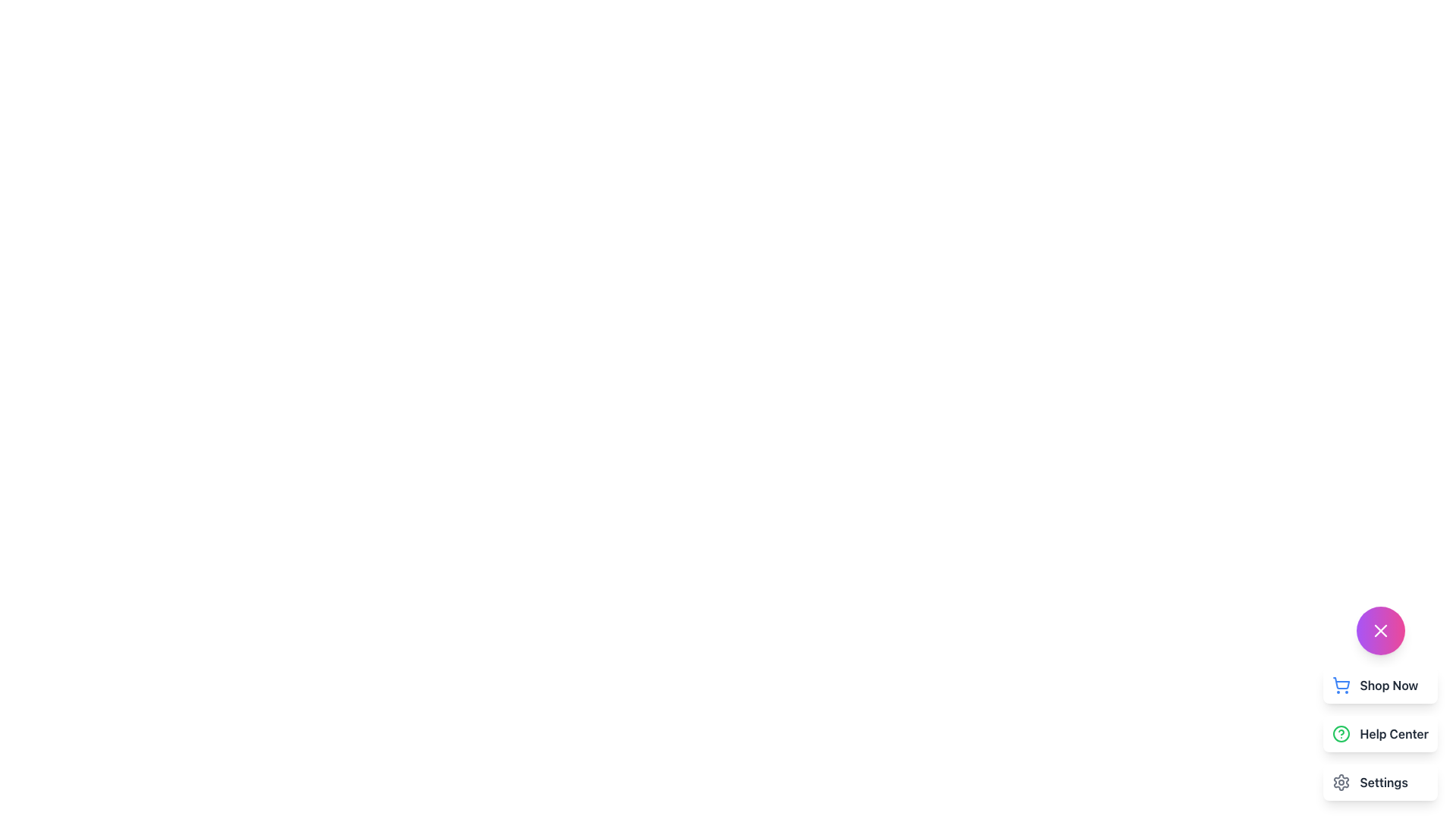 The width and height of the screenshot is (1456, 819). Describe the element at coordinates (1380, 631) in the screenshot. I see `the small cross or 'X' icon located within the circular pink-purple button in the bottom-right corner of the interface` at that location.